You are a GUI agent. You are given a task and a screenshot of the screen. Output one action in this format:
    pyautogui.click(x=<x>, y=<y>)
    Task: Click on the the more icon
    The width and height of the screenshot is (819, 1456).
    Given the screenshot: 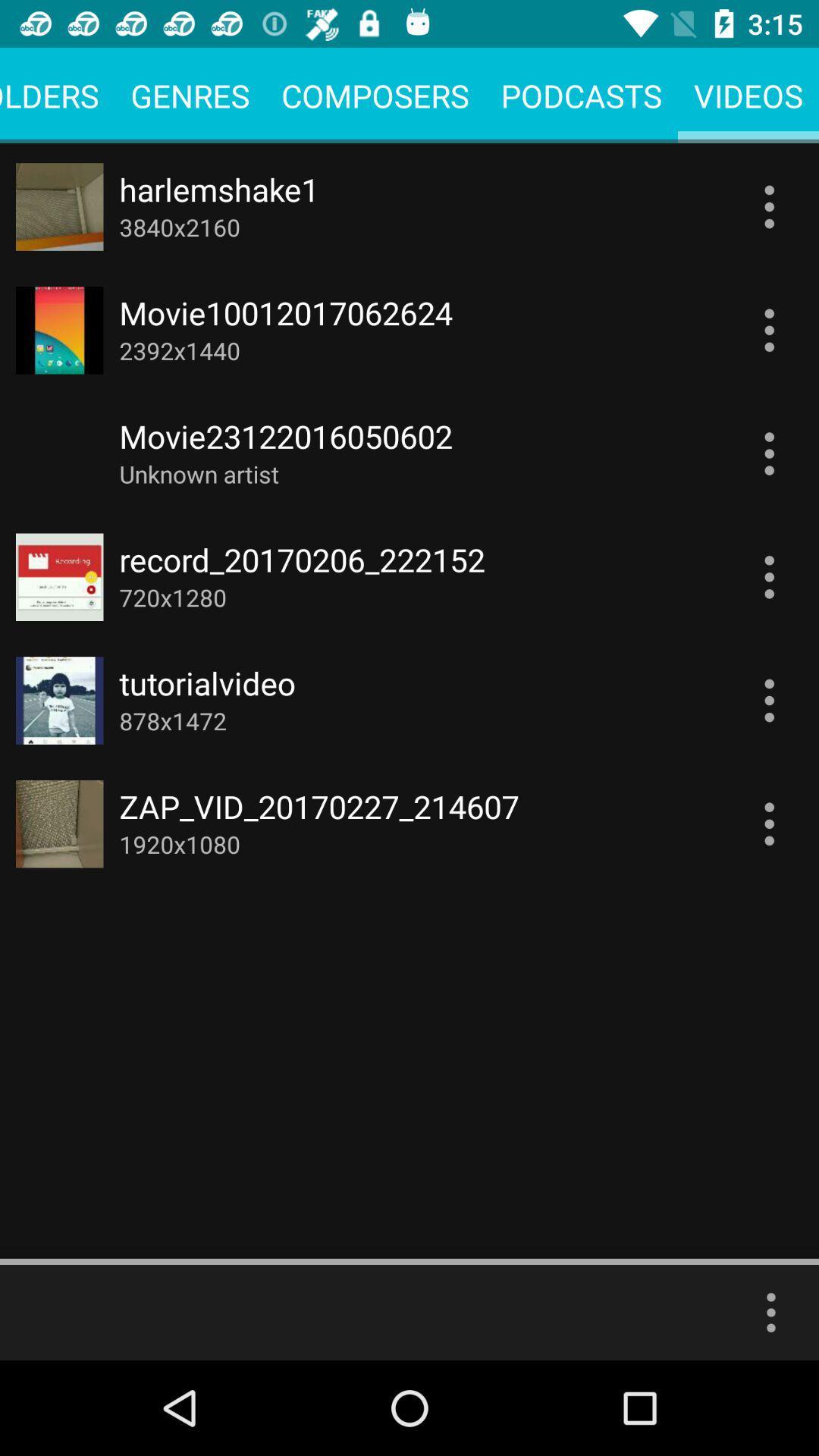 What is the action you would take?
    pyautogui.click(x=771, y=1312)
    